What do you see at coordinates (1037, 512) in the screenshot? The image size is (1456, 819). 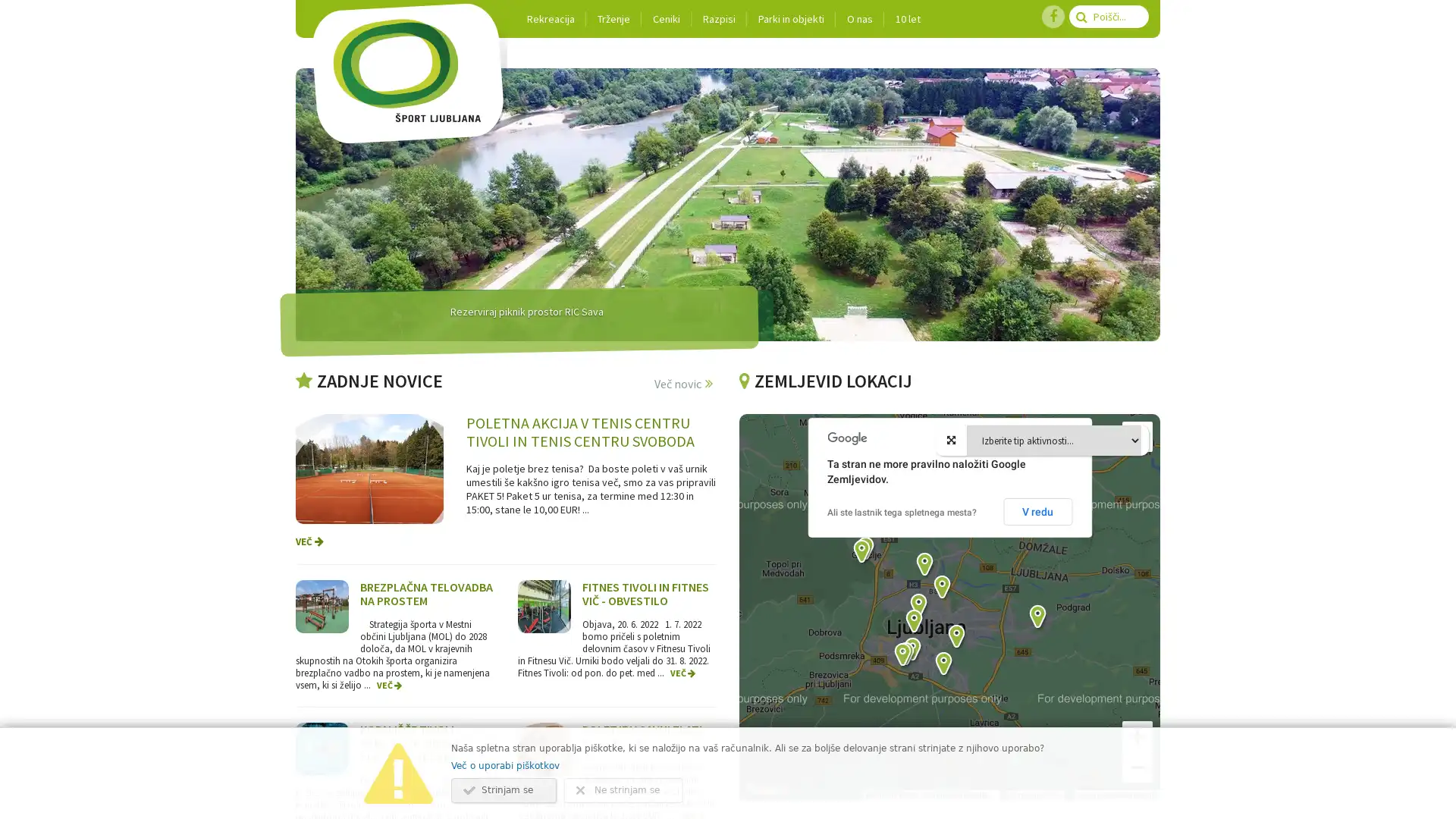 I see `V redu` at bounding box center [1037, 512].